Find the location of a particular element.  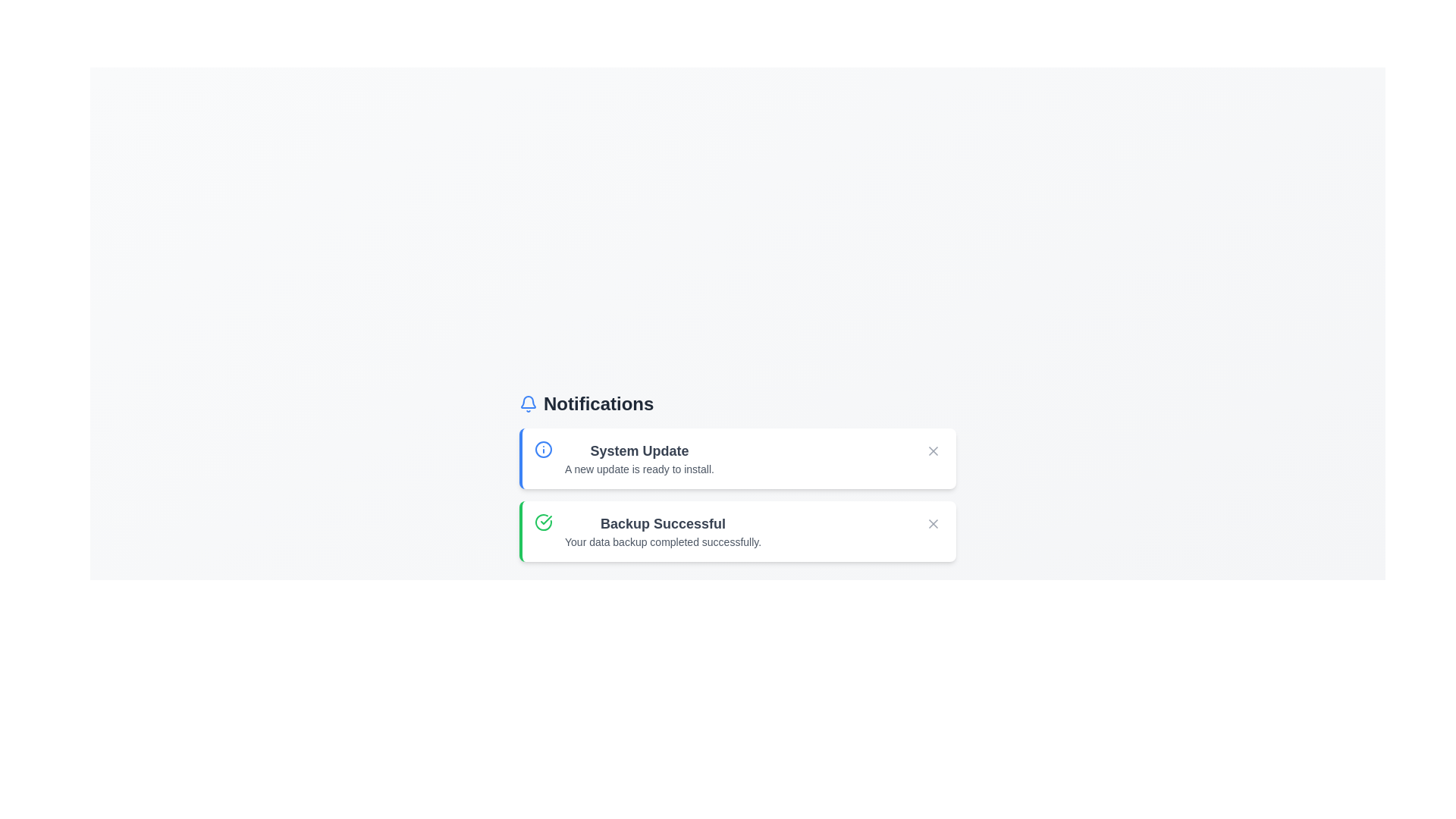

the close icon button (X) located in the top-right corner of the 'Backup Successful' notification is located at coordinates (932, 522).